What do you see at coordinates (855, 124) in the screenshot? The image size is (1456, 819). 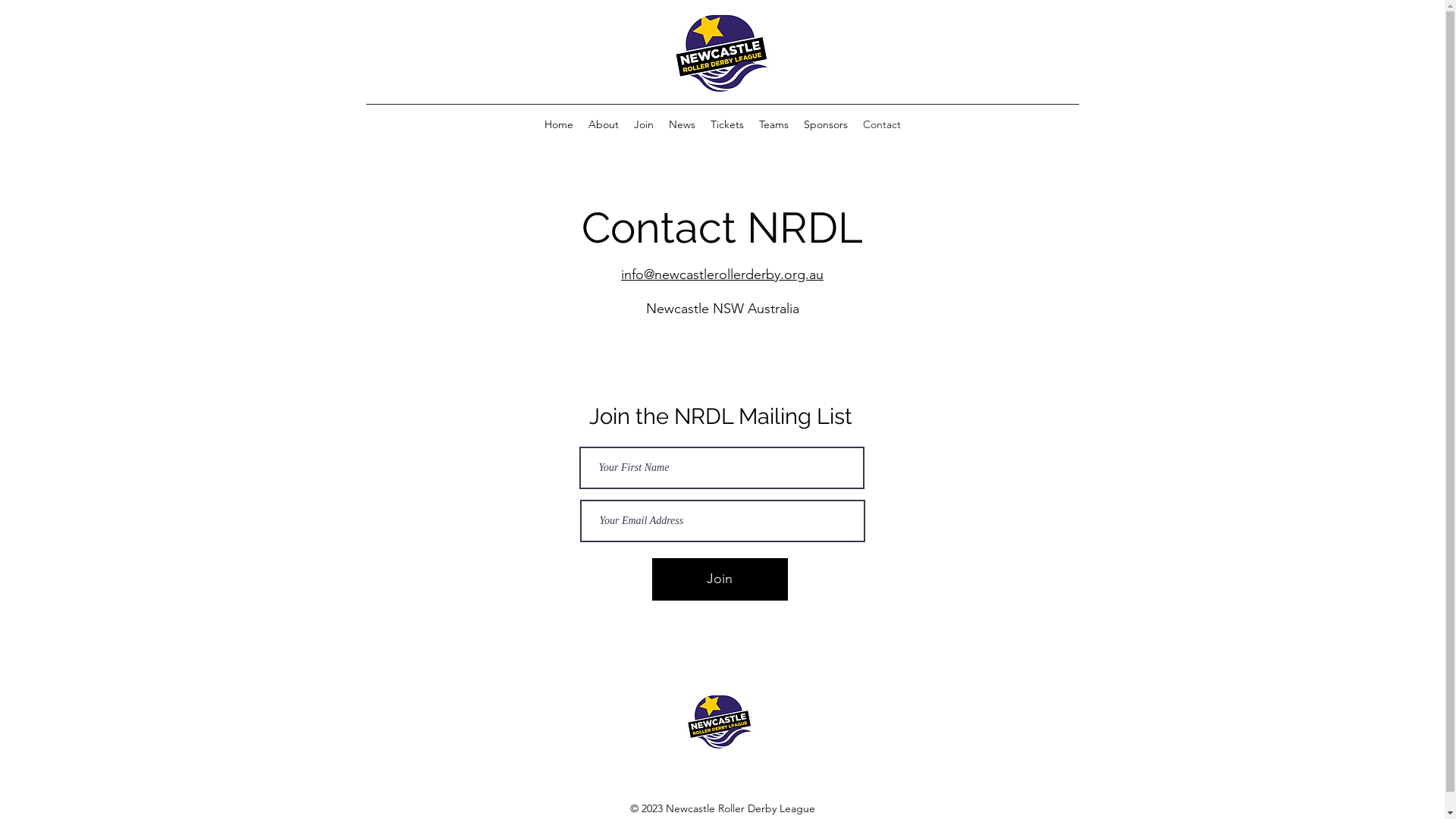 I see `'Contact'` at bounding box center [855, 124].